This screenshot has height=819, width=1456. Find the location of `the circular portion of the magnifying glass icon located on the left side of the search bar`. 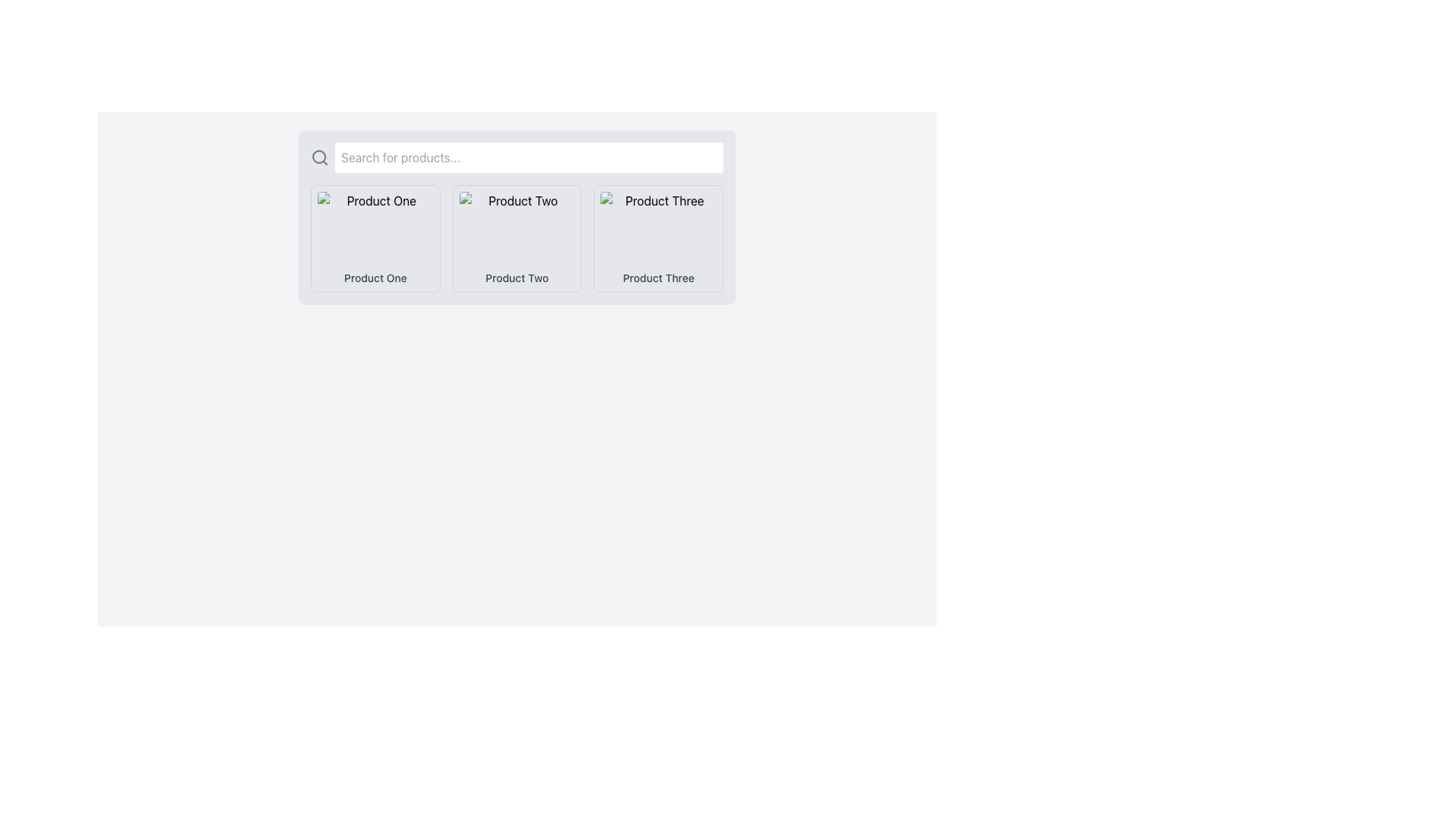

the circular portion of the magnifying glass icon located on the left side of the search bar is located at coordinates (318, 157).